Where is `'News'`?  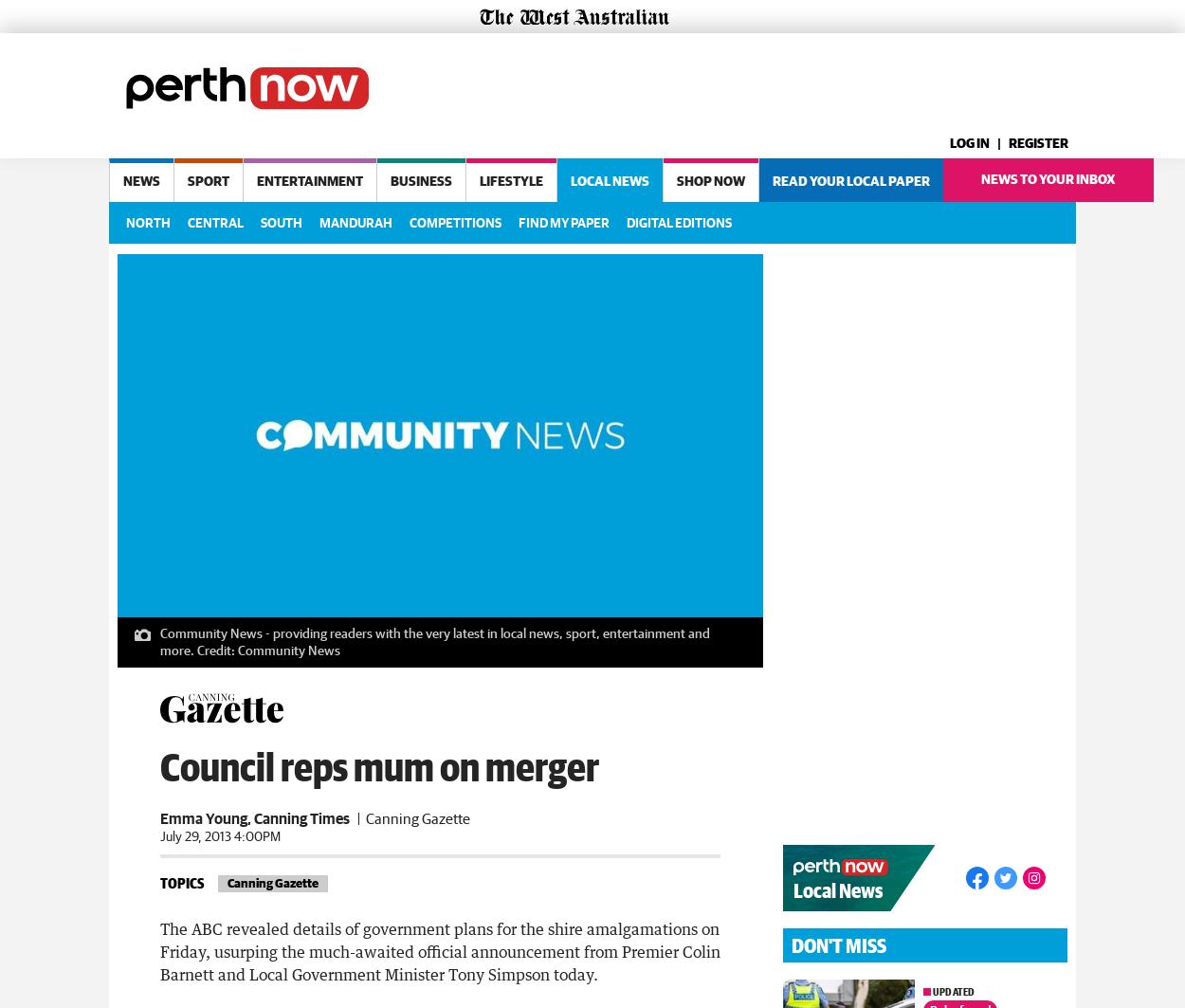
'News' is located at coordinates (141, 181).